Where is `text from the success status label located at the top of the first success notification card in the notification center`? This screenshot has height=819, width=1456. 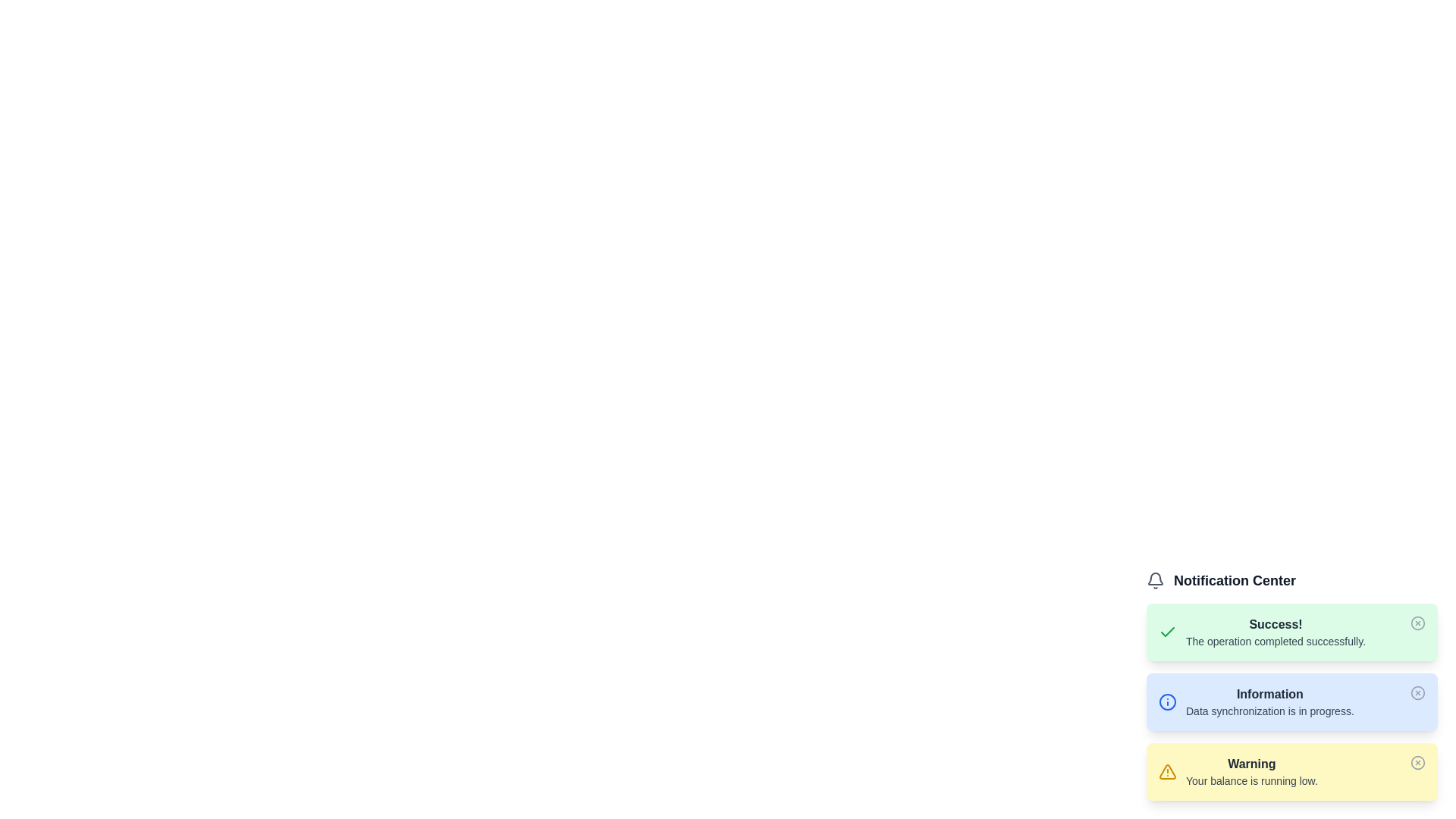 text from the success status label located at the top of the first success notification card in the notification center is located at coordinates (1275, 625).